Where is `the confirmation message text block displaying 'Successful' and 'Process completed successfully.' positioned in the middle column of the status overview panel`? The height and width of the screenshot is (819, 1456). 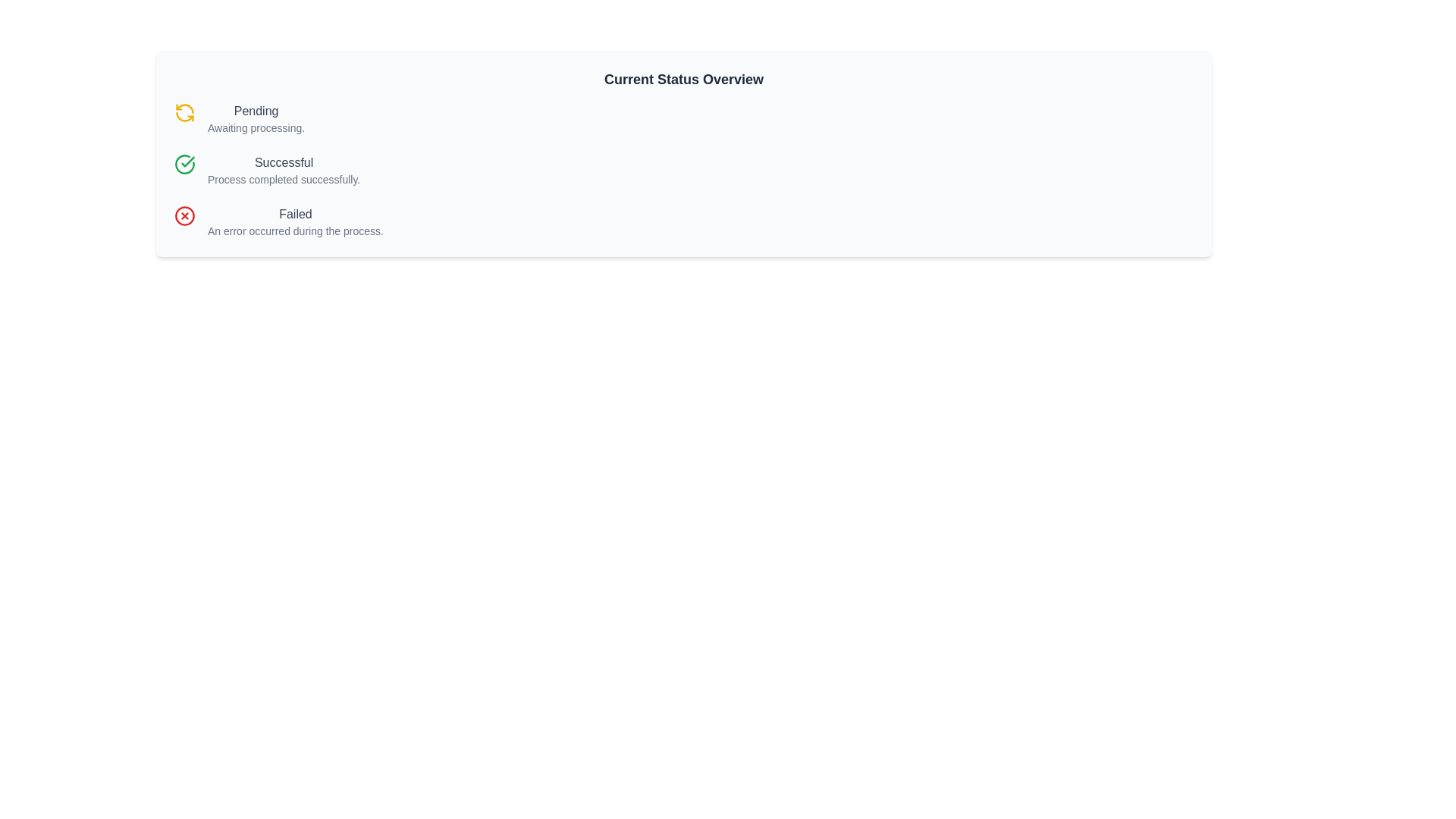
the confirmation message text block displaying 'Successful' and 'Process completed successfully.' positioned in the middle column of the status overview panel is located at coordinates (284, 170).